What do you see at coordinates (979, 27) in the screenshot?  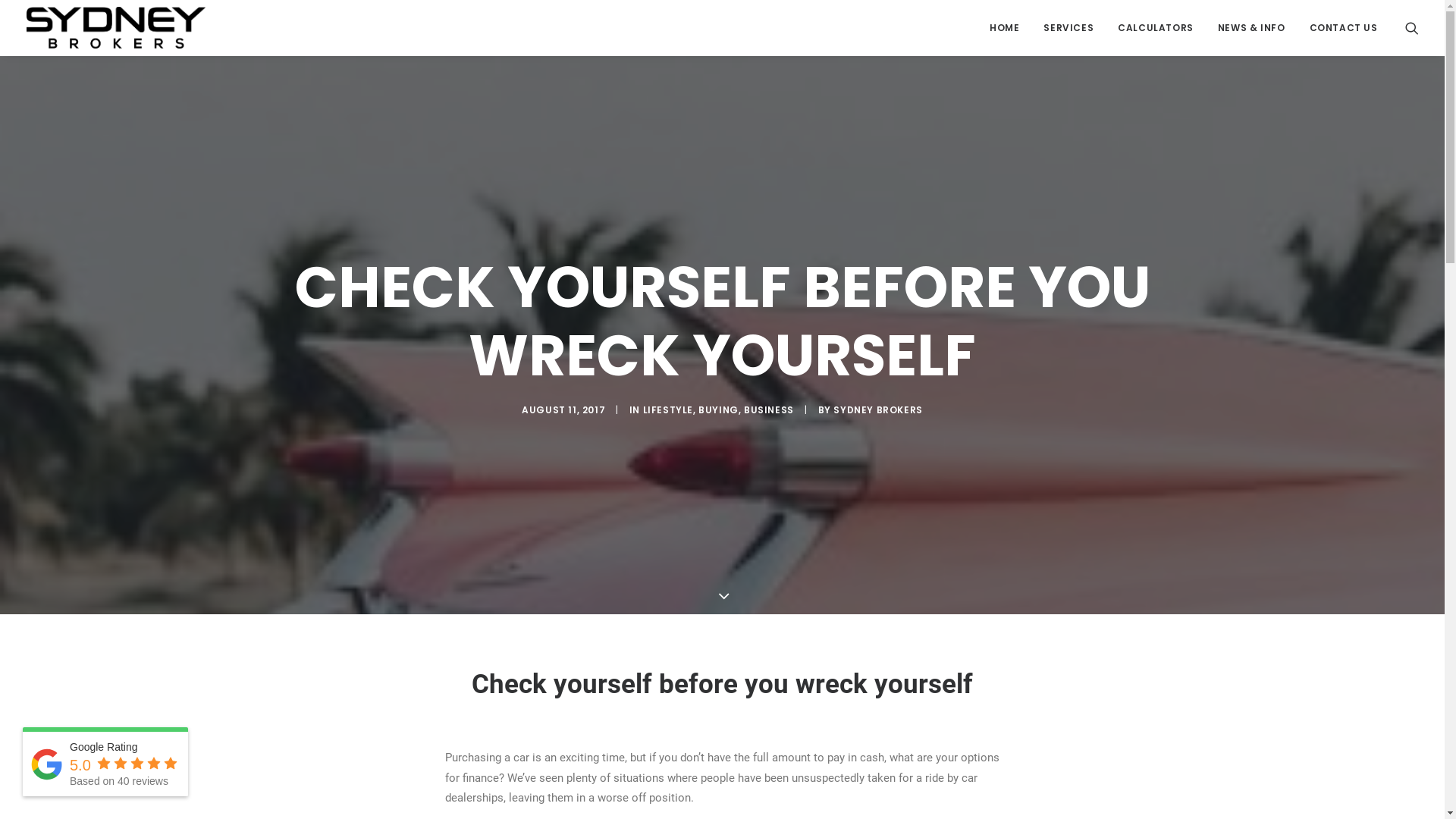 I see `'HOME'` at bounding box center [979, 27].